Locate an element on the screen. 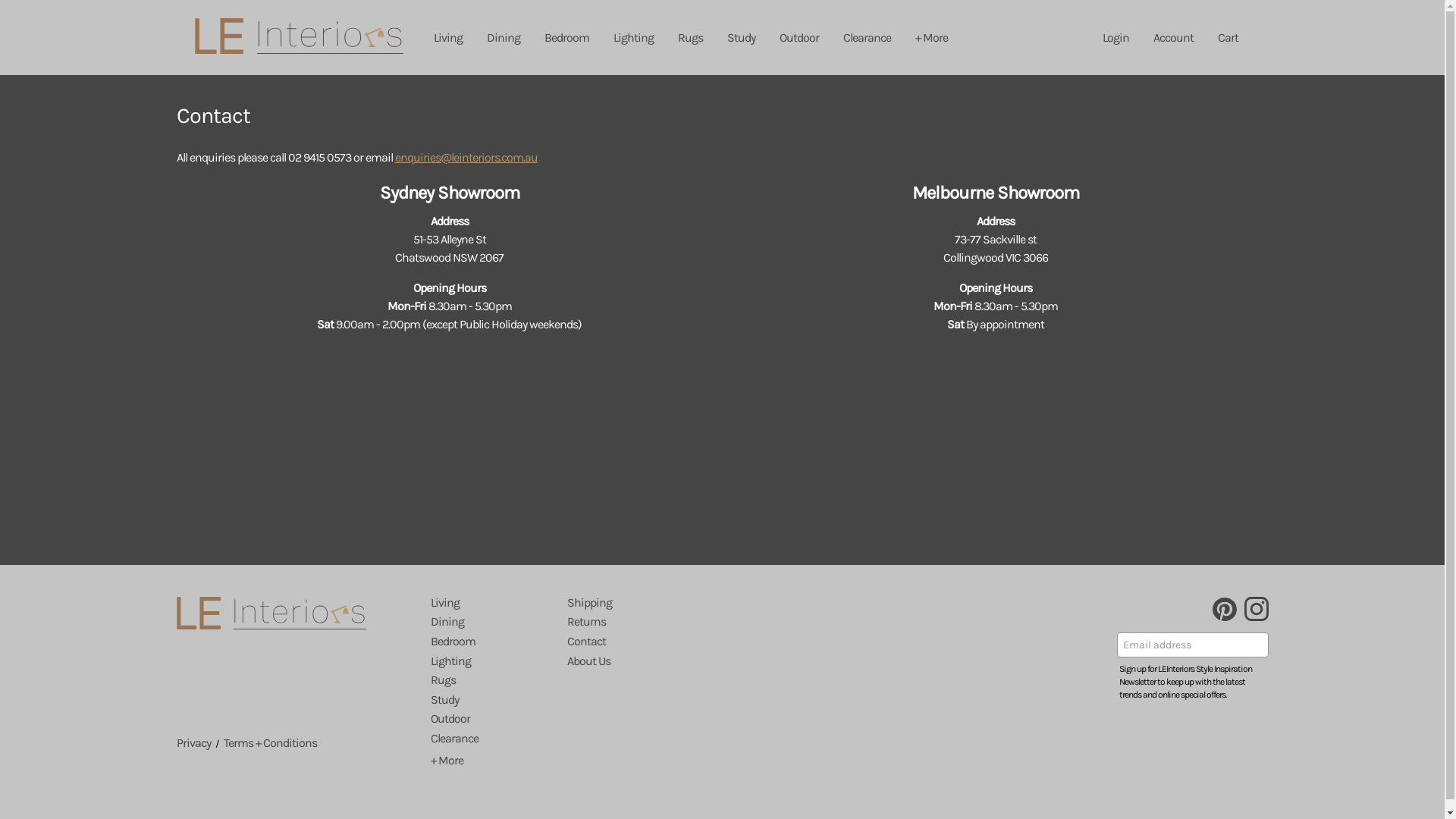  'Bedroom' is located at coordinates (429, 641).